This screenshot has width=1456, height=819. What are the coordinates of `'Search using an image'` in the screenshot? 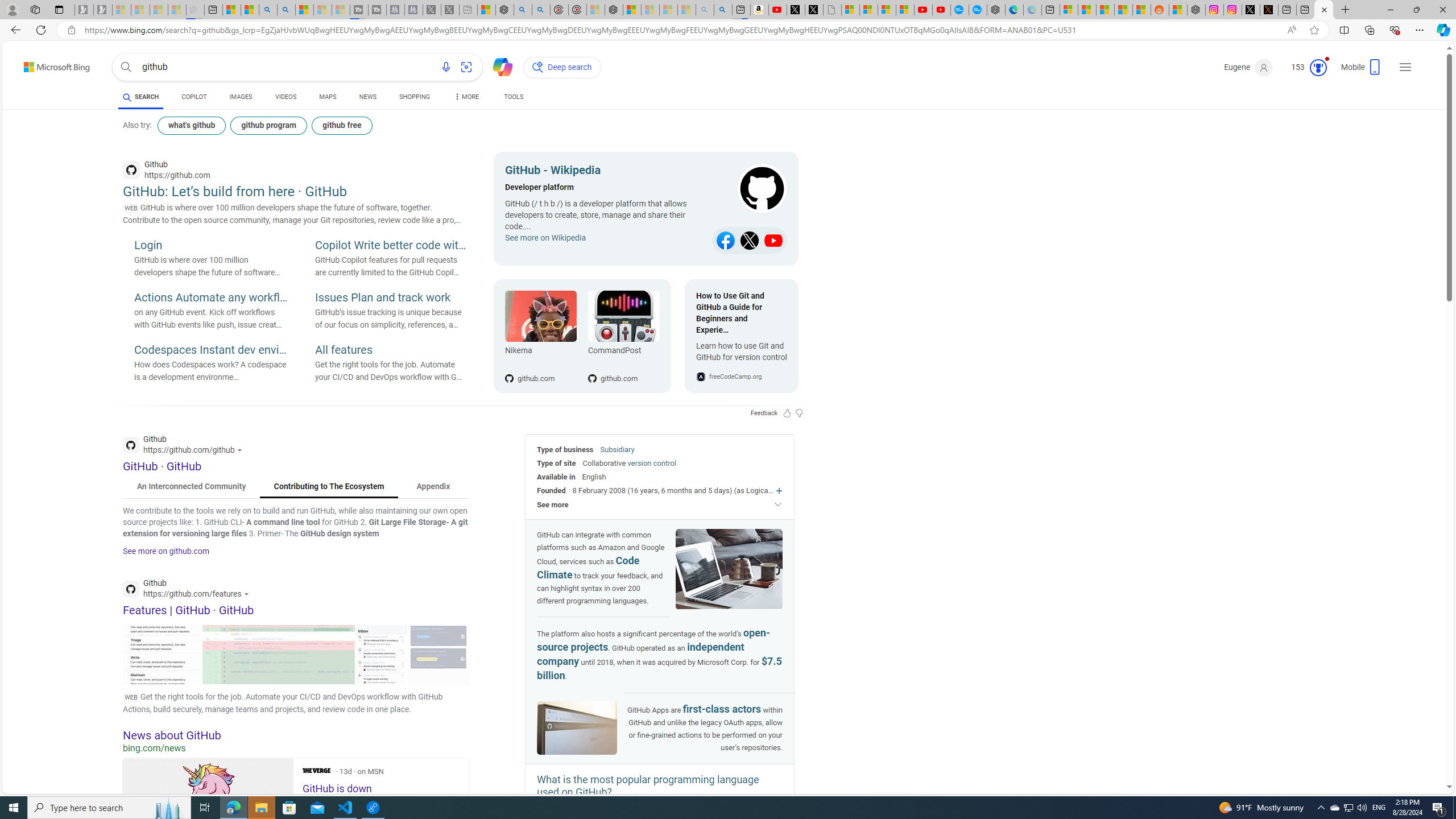 It's located at (466, 67).